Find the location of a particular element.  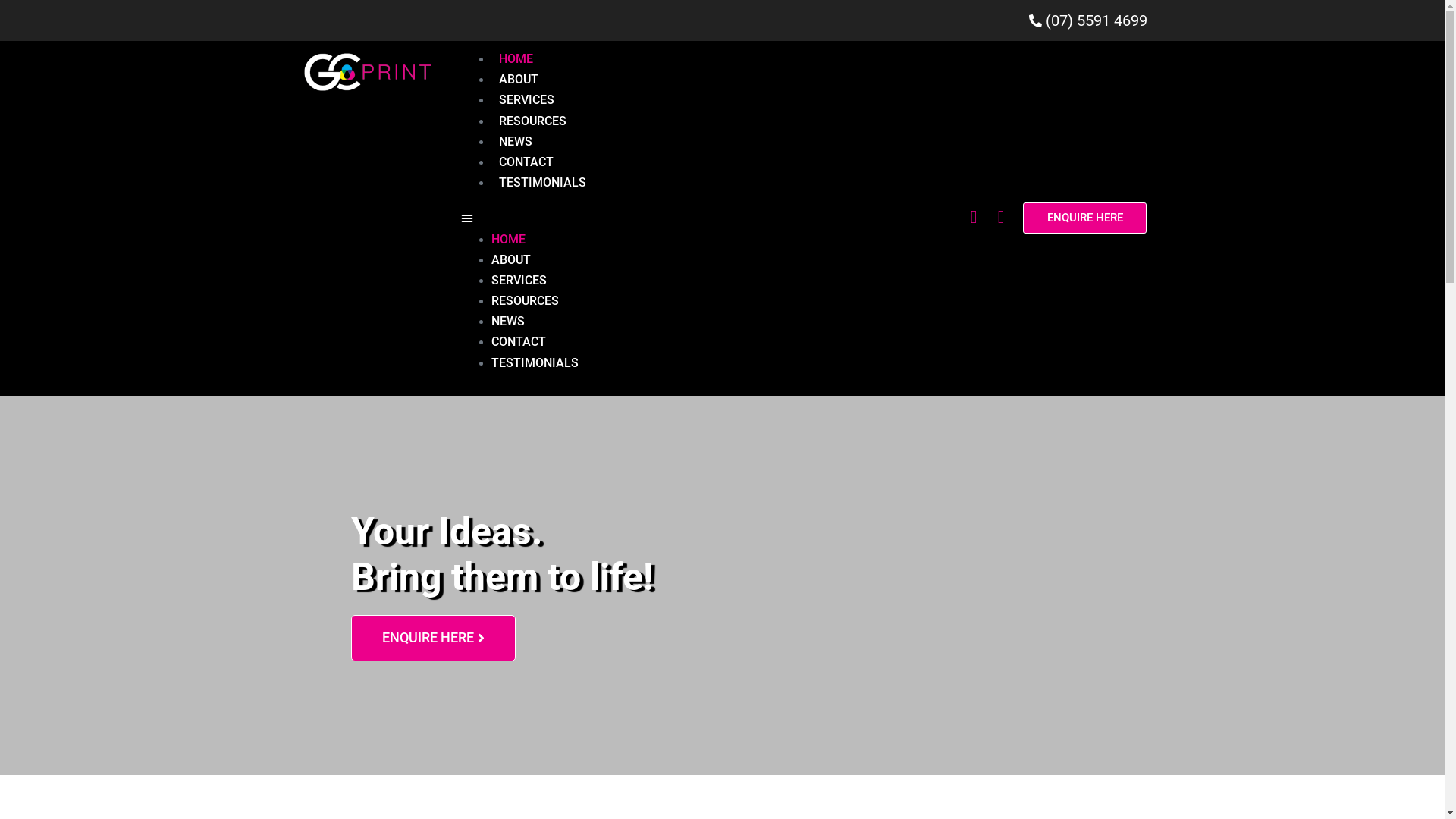

'RESOURCES' is located at coordinates (525, 300).